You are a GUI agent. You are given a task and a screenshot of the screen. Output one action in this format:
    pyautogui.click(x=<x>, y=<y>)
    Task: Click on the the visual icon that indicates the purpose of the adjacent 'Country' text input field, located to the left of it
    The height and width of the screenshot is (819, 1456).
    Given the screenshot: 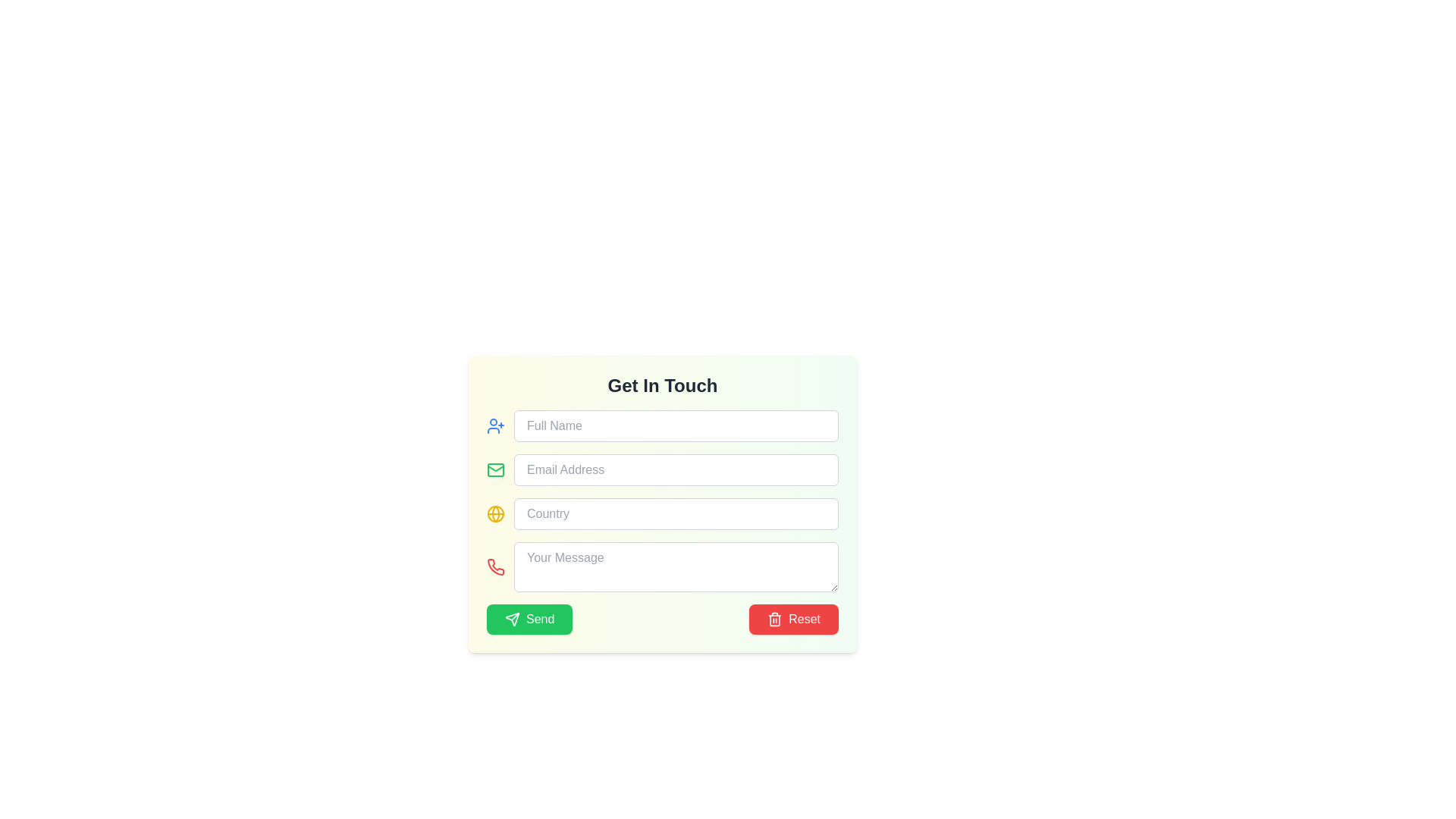 What is the action you would take?
    pyautogui.click(x=495, y=513)
    